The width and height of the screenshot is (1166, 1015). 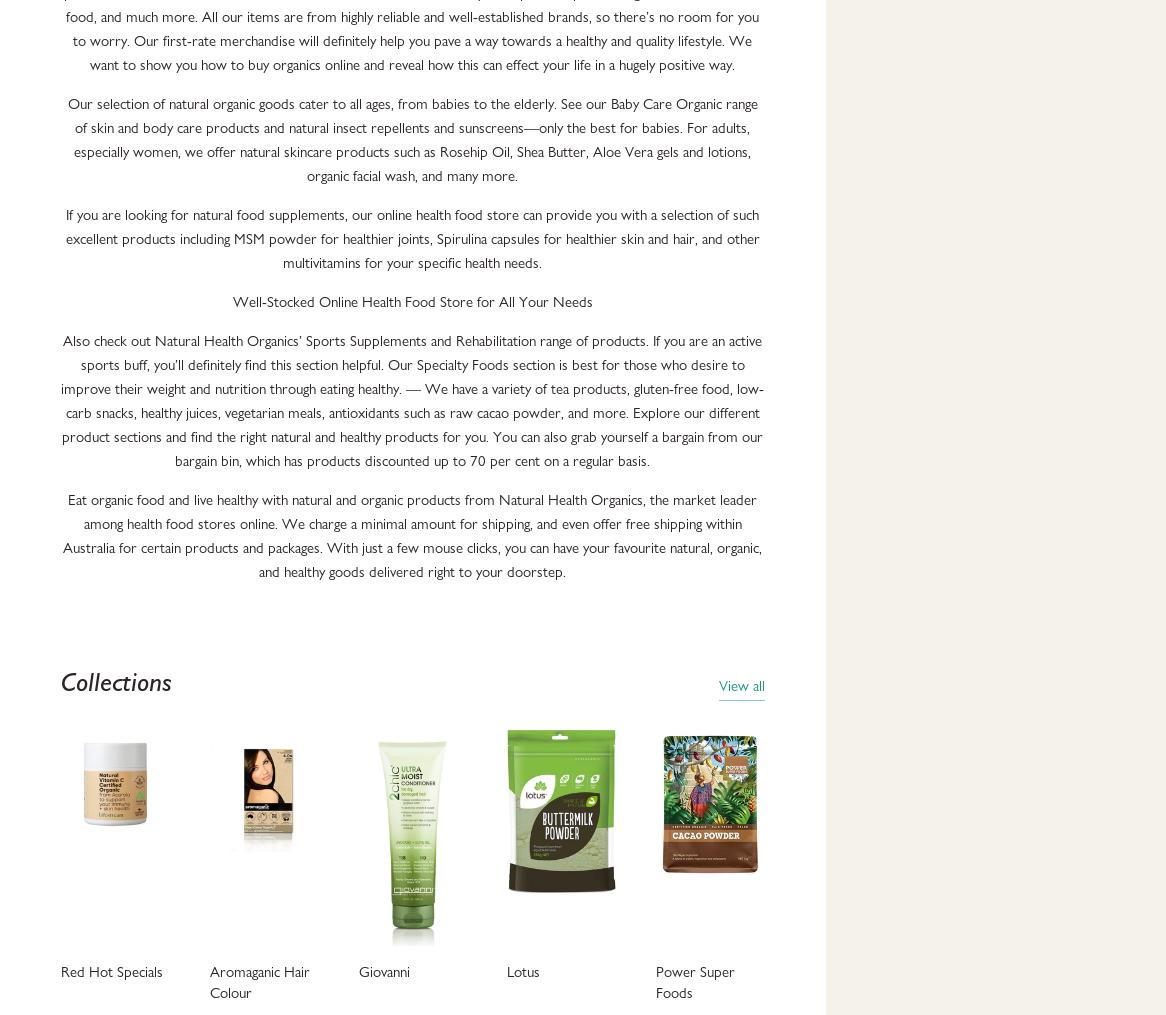 What do you see at coordinates (718, 686) in the screenshot?
I see `'View all'` at bounding box center [718, 686].